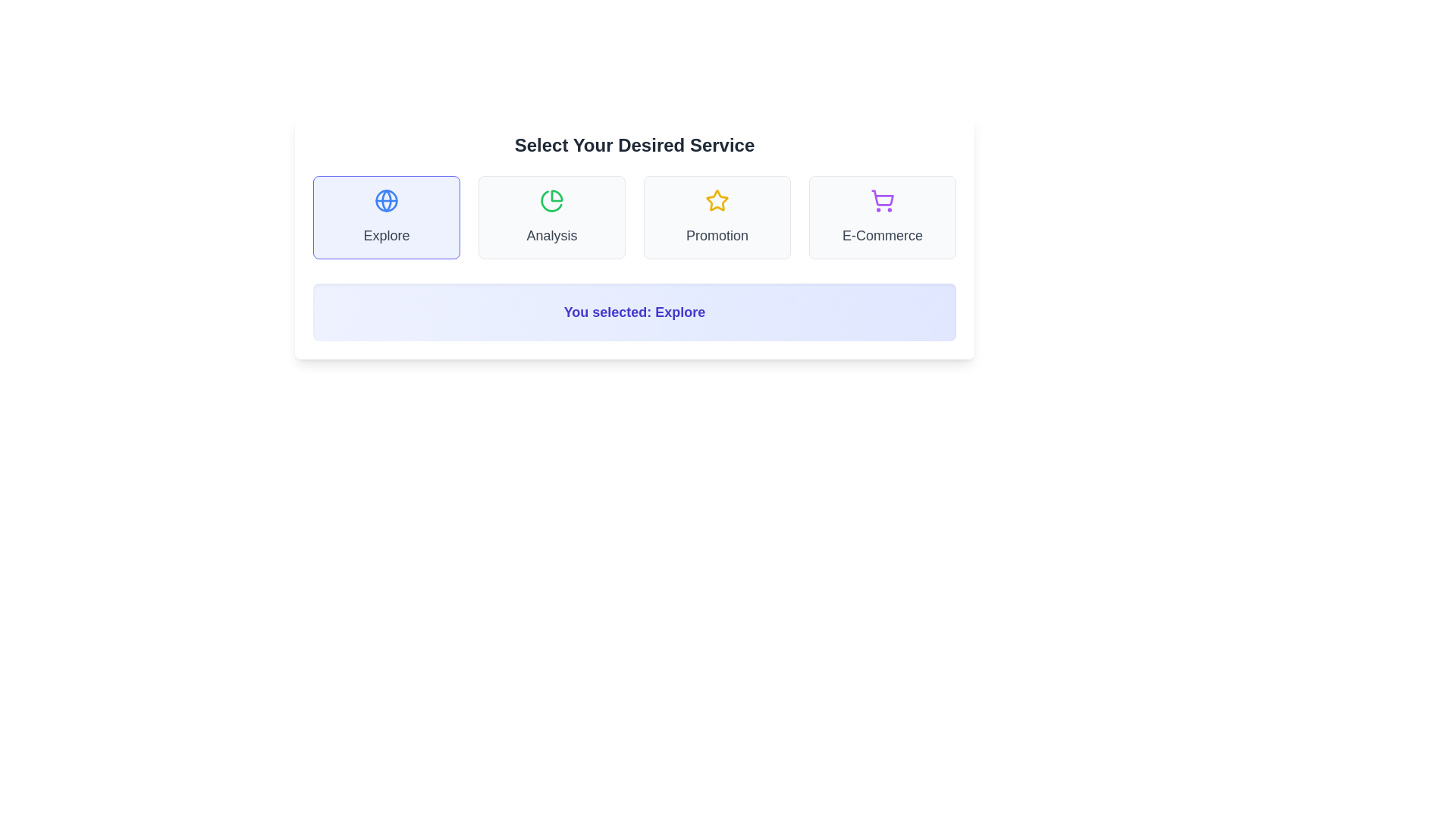 The width and height of the screenshot is (1456, 819). Describe the element at coordinates (716, 200) in the screenshot. I see `the 'Promotion' icon, which is located at the center of the 'Promotion' button, the third button in the horizontal list` at that location.